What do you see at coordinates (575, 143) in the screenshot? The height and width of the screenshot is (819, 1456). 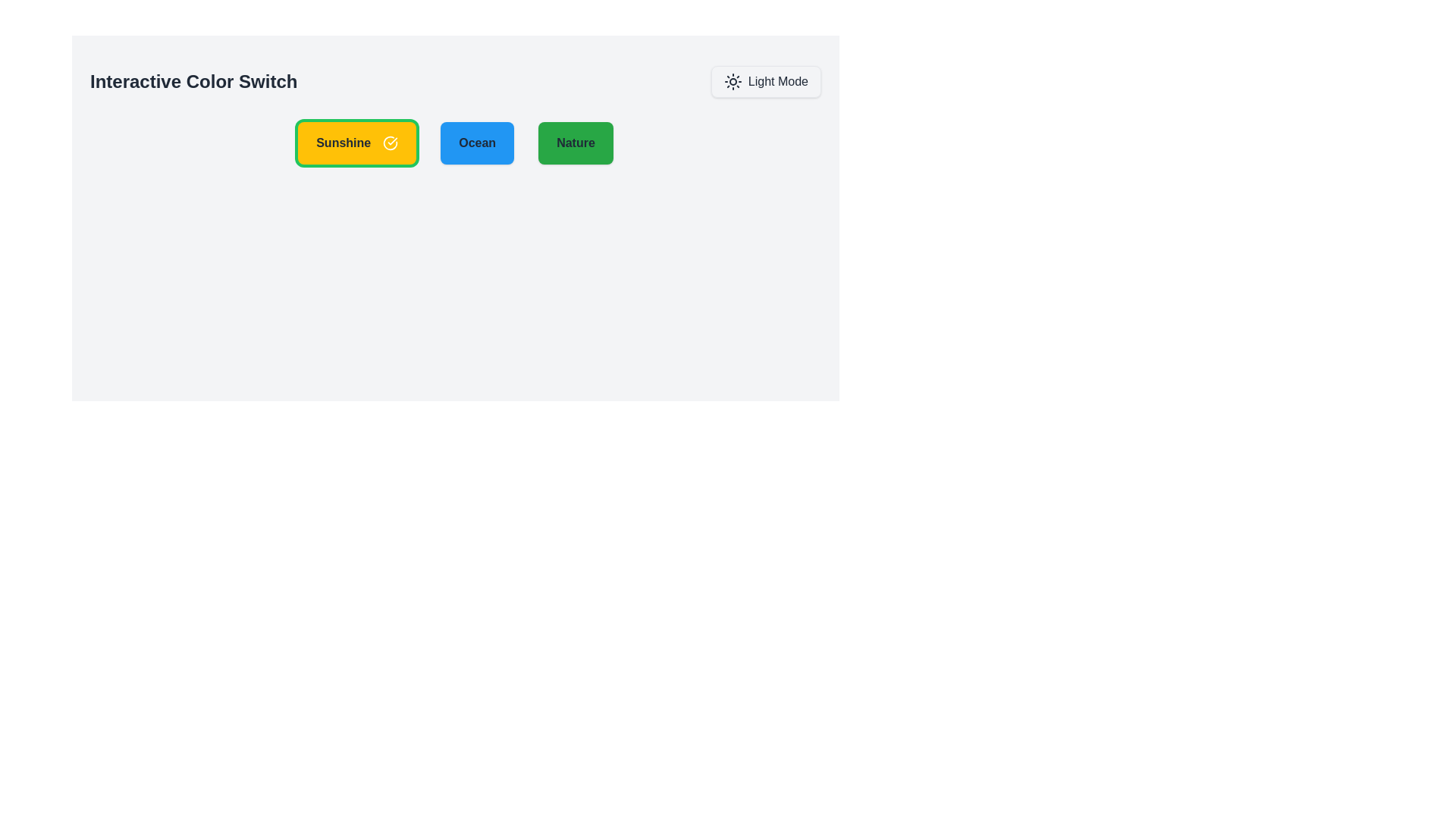 I see `text content of the label 'Nature' displayed inside the green button, which is the third button in a horizontal layout of theme buttons` at bounding box center [575, 143].